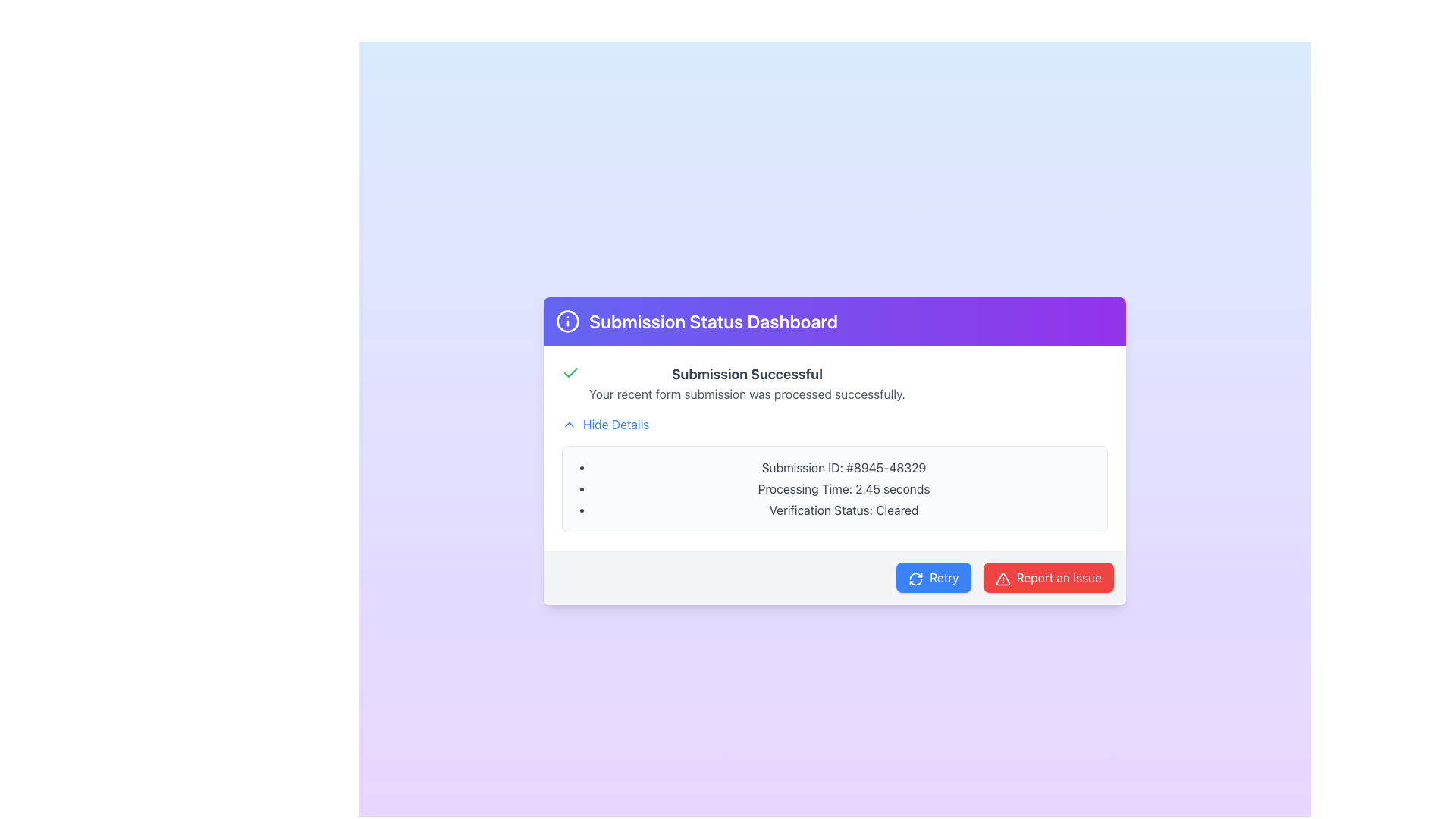 This screenshot has width=1456, height=819. What do you see at coordinates (616, 424) in the screenshot?
I see `the 'Hide Details' text label, which indicates the action for collapsing the currently expanded section` at bounding box center [616, 424].